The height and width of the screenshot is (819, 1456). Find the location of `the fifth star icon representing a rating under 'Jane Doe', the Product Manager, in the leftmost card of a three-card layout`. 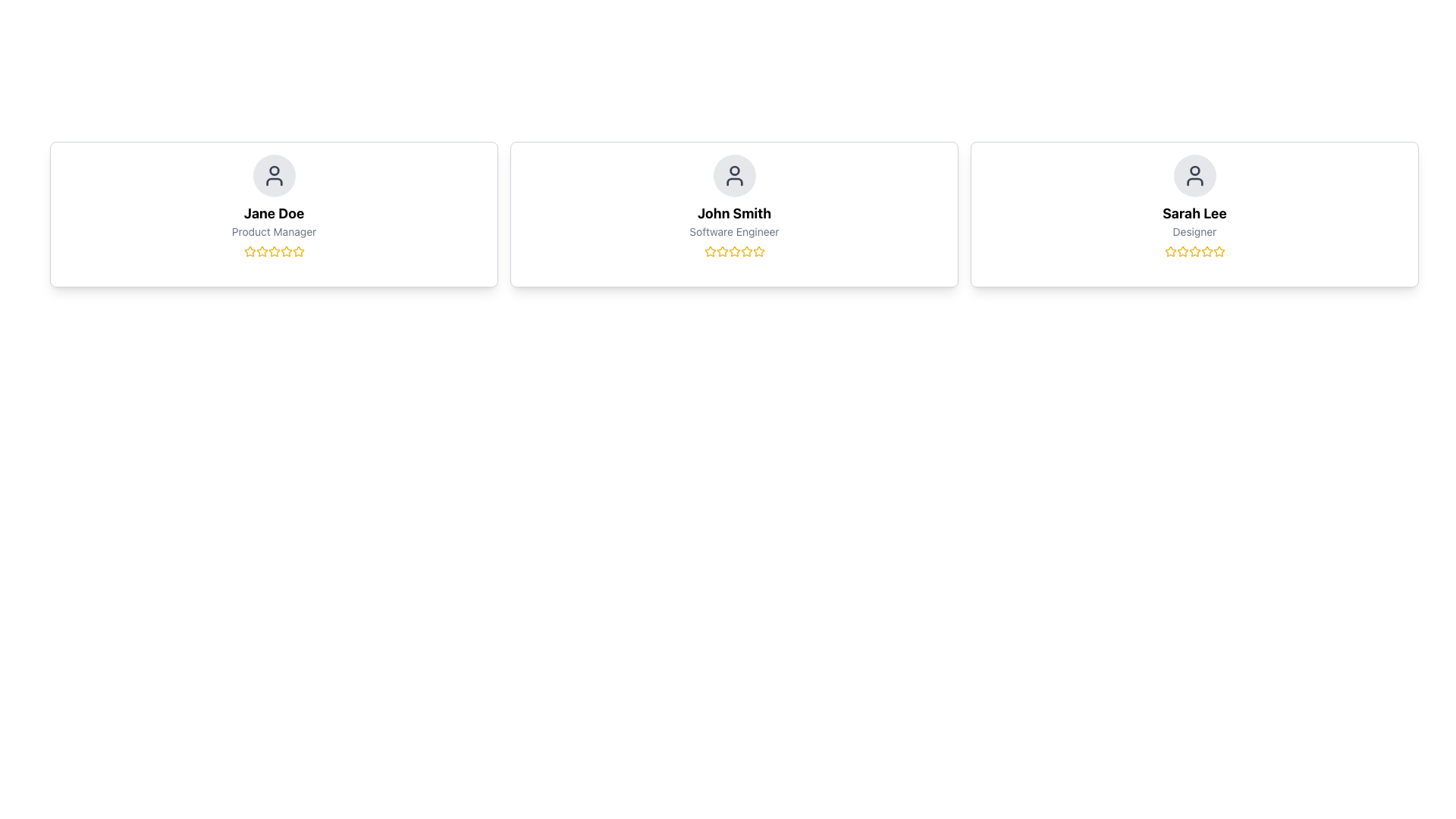

the fifth star icon representing a rating under 'Jane Doe', the Product Manager, in the leftmost card of a three-card layout is located at coordinates (298, 250).